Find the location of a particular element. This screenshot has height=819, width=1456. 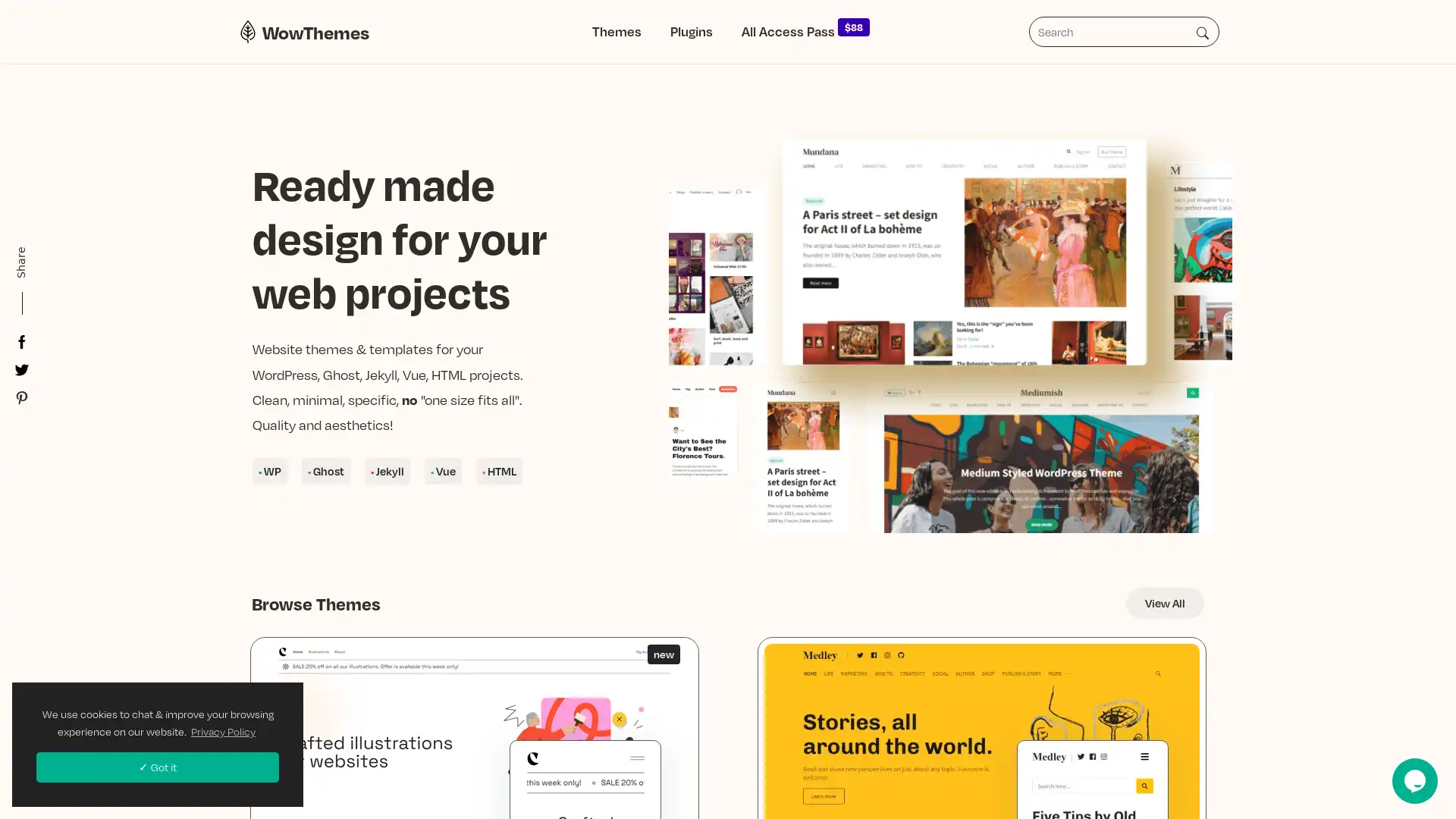

dismiss cookie message is located at coordinates (157, 767).